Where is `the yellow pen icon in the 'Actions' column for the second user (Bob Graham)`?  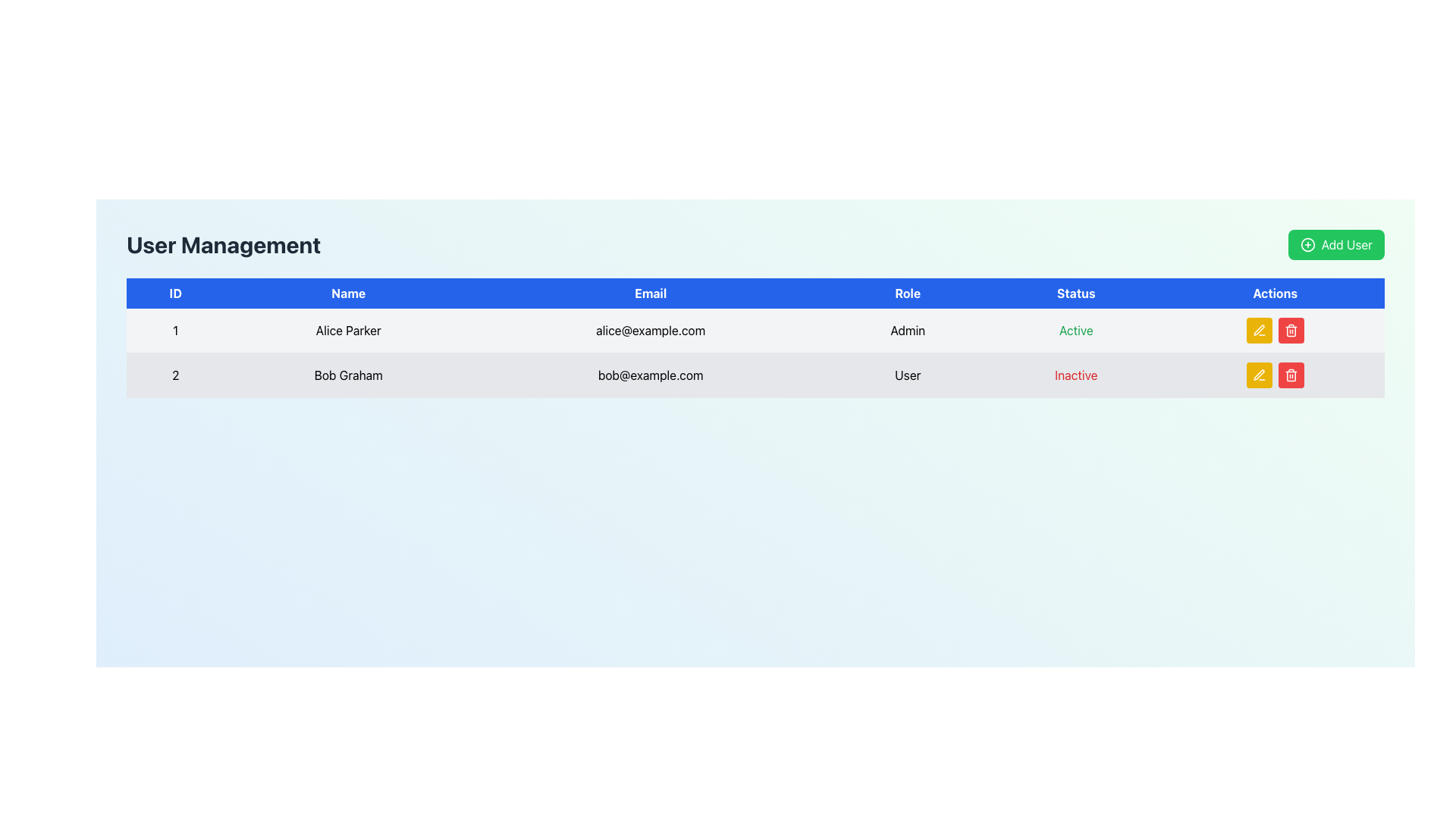
the yellow pen icon in the 'Actions' column for the second user (Bob Graham) is located at coordinates (1259, 329).